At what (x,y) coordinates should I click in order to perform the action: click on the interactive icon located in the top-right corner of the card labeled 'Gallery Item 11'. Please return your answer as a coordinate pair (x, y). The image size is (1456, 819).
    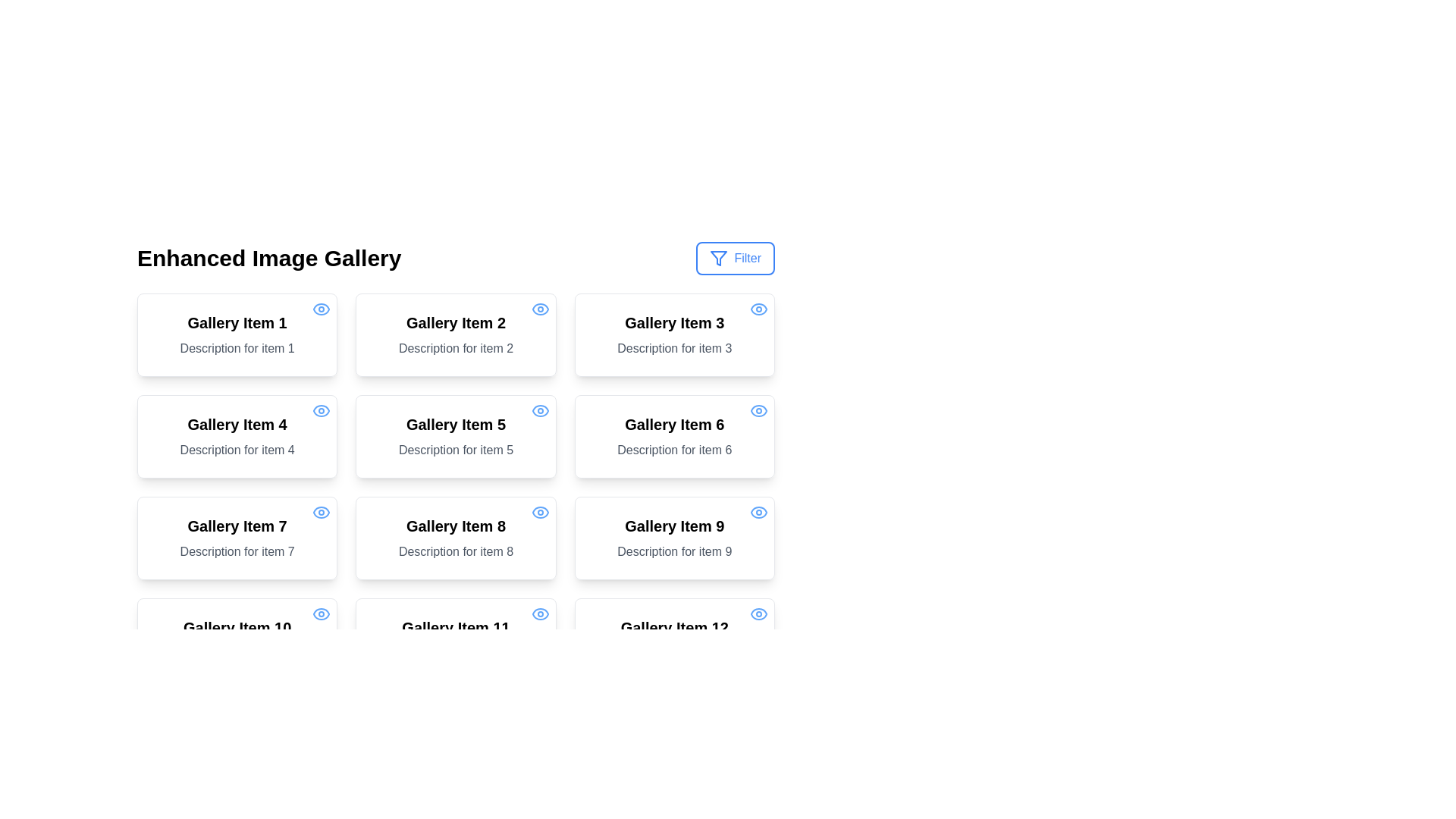
    Looking at the image, I should click on (540, 614).